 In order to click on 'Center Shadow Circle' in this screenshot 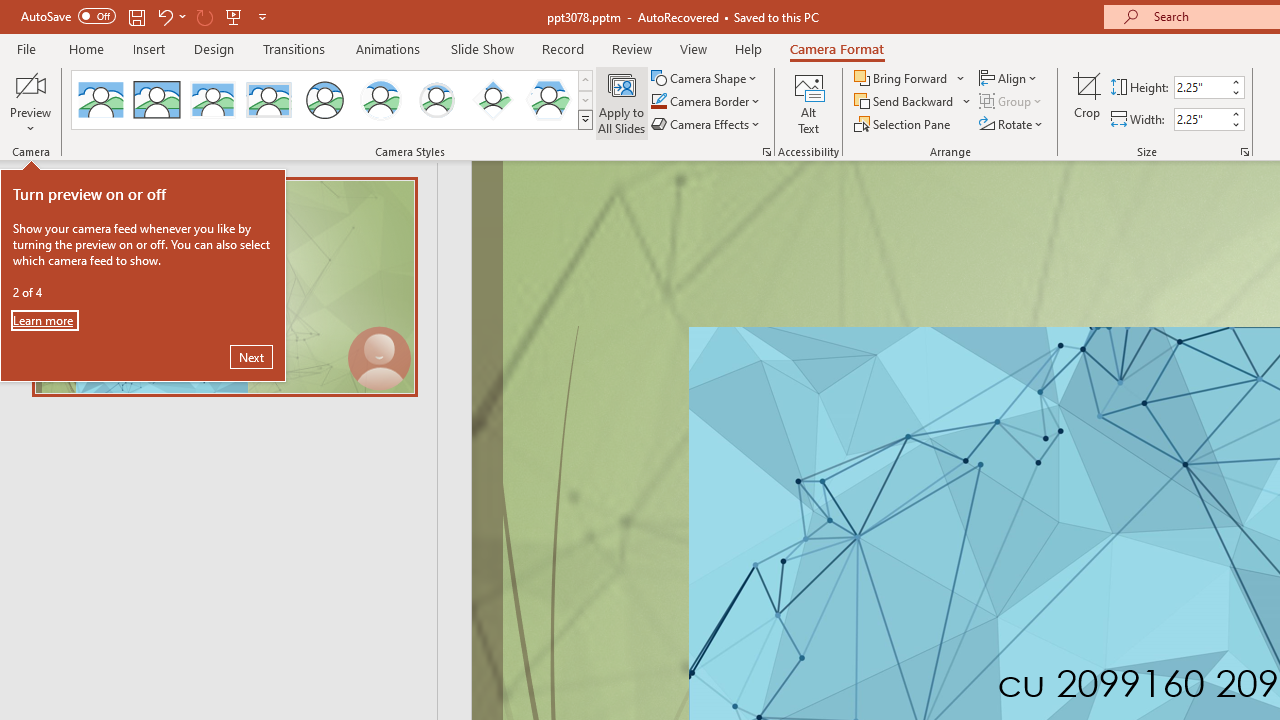, I will do `click(381, 100)`.